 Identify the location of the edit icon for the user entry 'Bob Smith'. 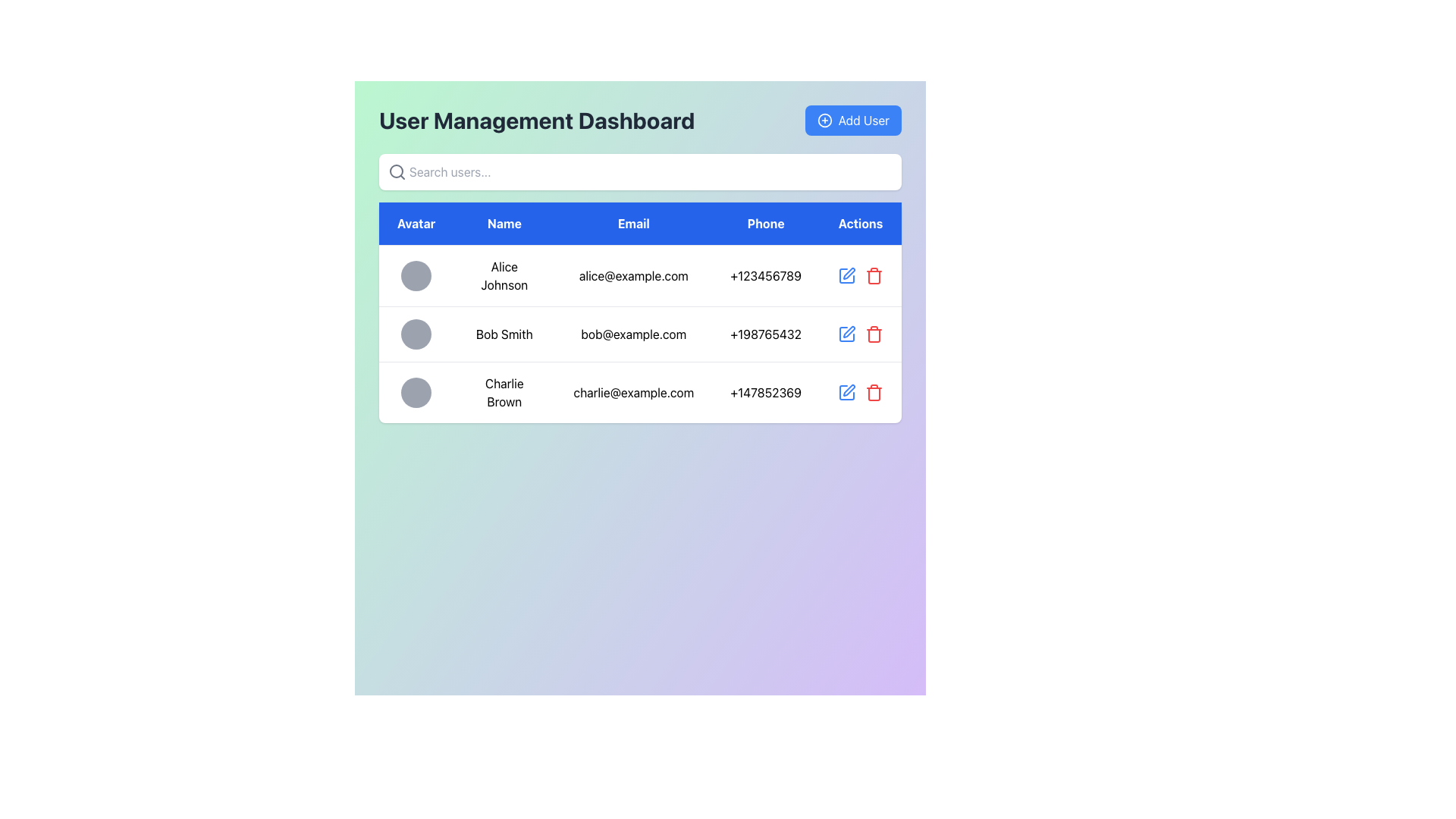
(848, 331).